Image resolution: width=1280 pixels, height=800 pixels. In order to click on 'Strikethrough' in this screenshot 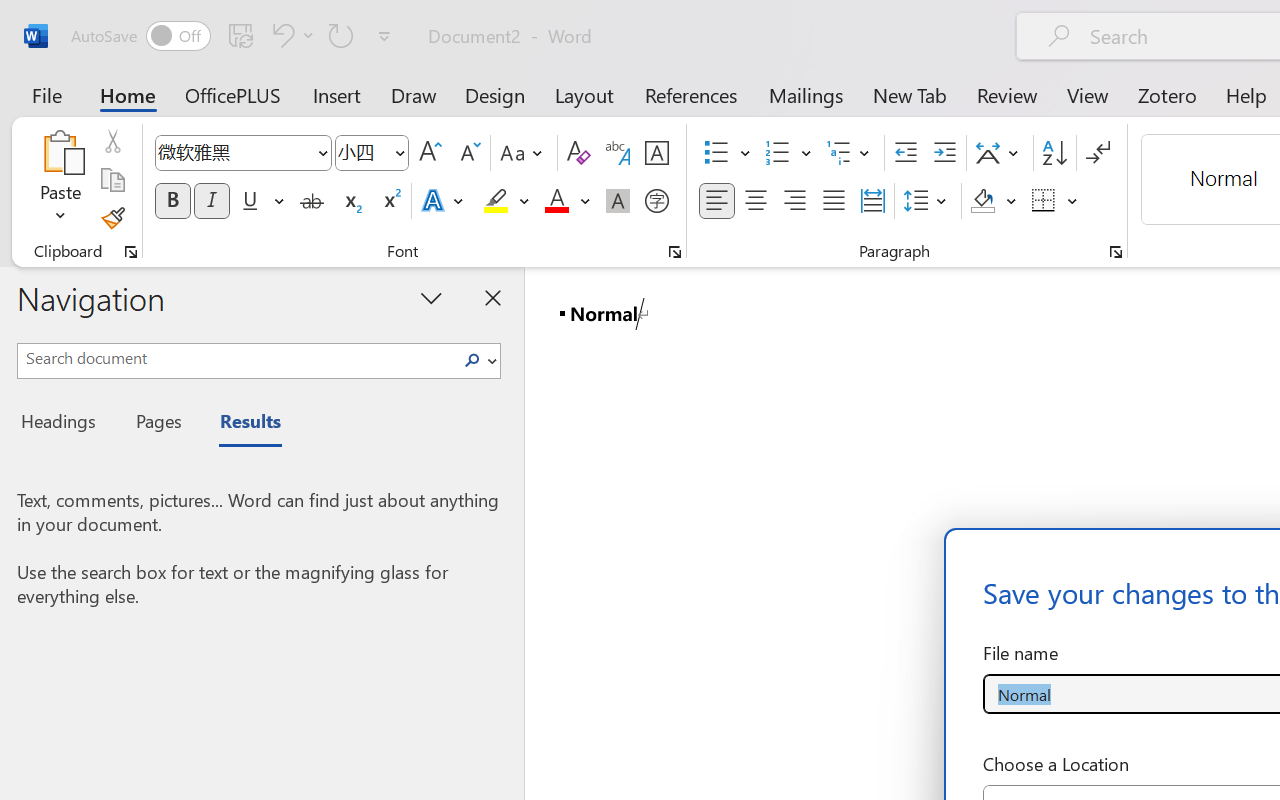, I will do `click(311, 201)`.